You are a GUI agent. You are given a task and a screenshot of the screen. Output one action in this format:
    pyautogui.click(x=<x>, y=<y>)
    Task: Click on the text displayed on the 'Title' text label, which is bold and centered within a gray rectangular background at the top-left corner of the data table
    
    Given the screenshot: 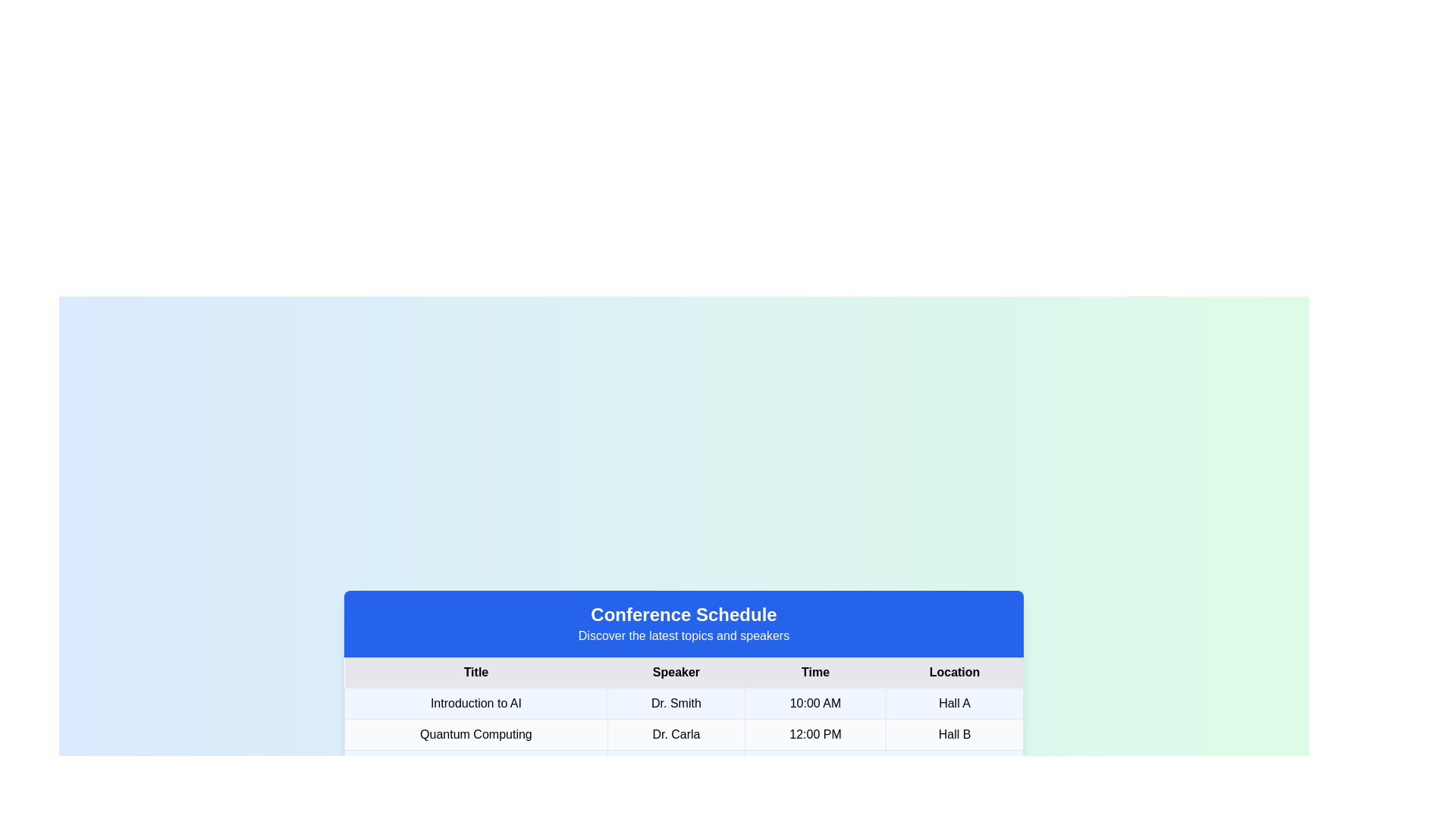 What is the action you would take?
    pyautogui.click(x=475, y=672)
    